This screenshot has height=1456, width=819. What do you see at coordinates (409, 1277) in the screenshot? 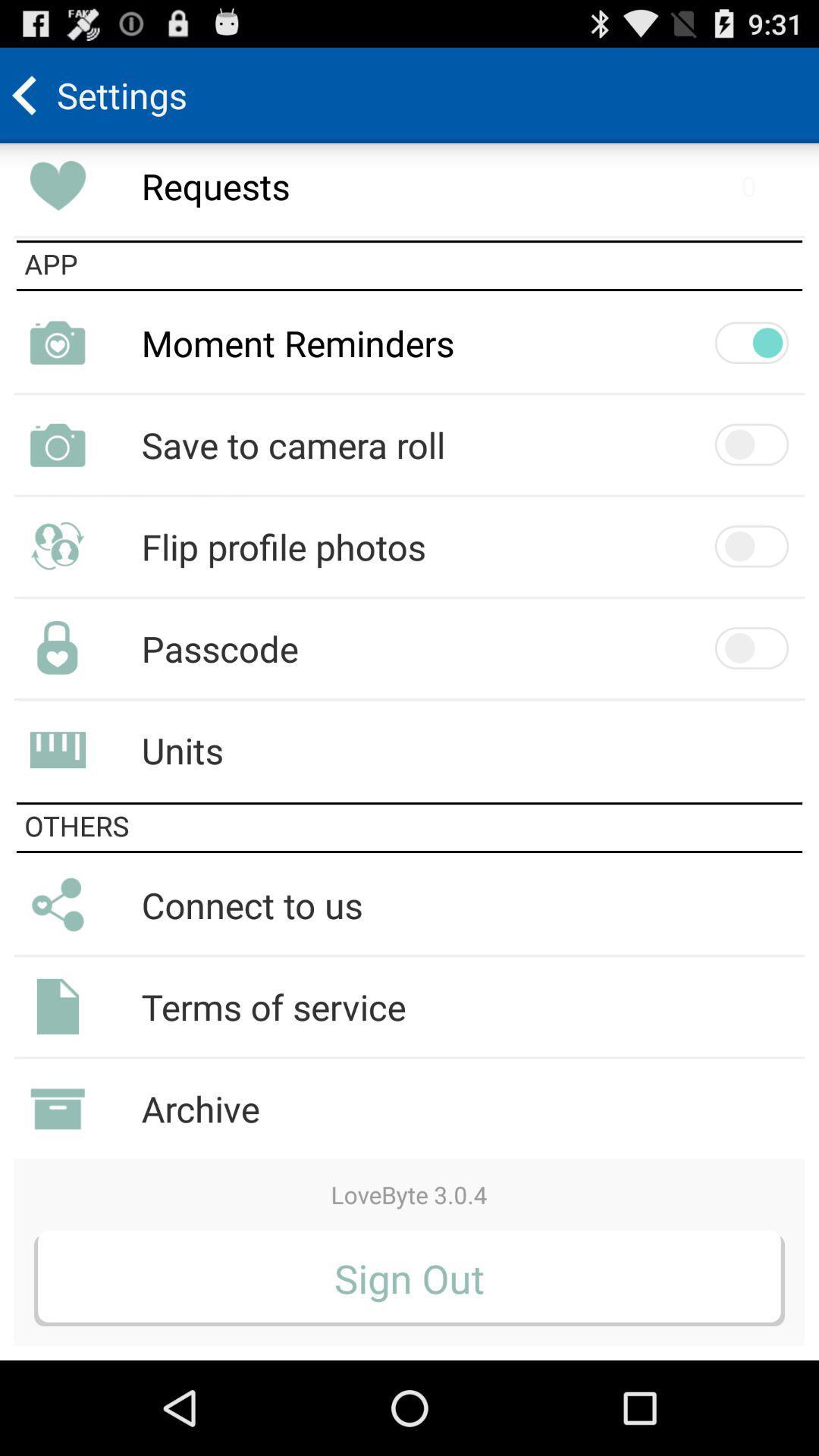
I see `icon below the lovebyte 3 0 item` at bounding box center [409, 1277].